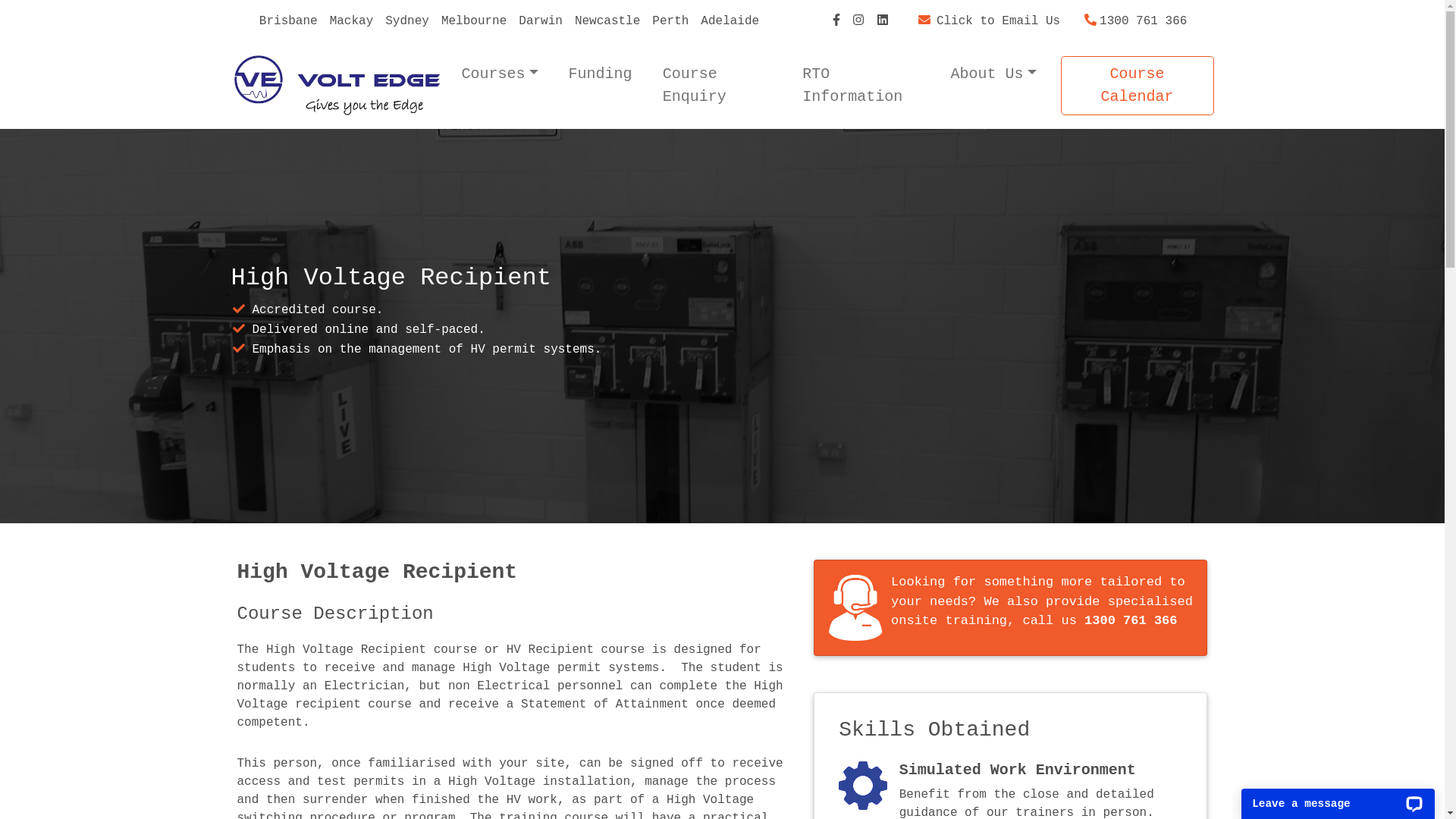 The width and height of the screenshot is (1456, 819). What do you see at coordinates (288, 20) in the screenshot?
I see `'Brisbane'` at bounding box center [288, 20].